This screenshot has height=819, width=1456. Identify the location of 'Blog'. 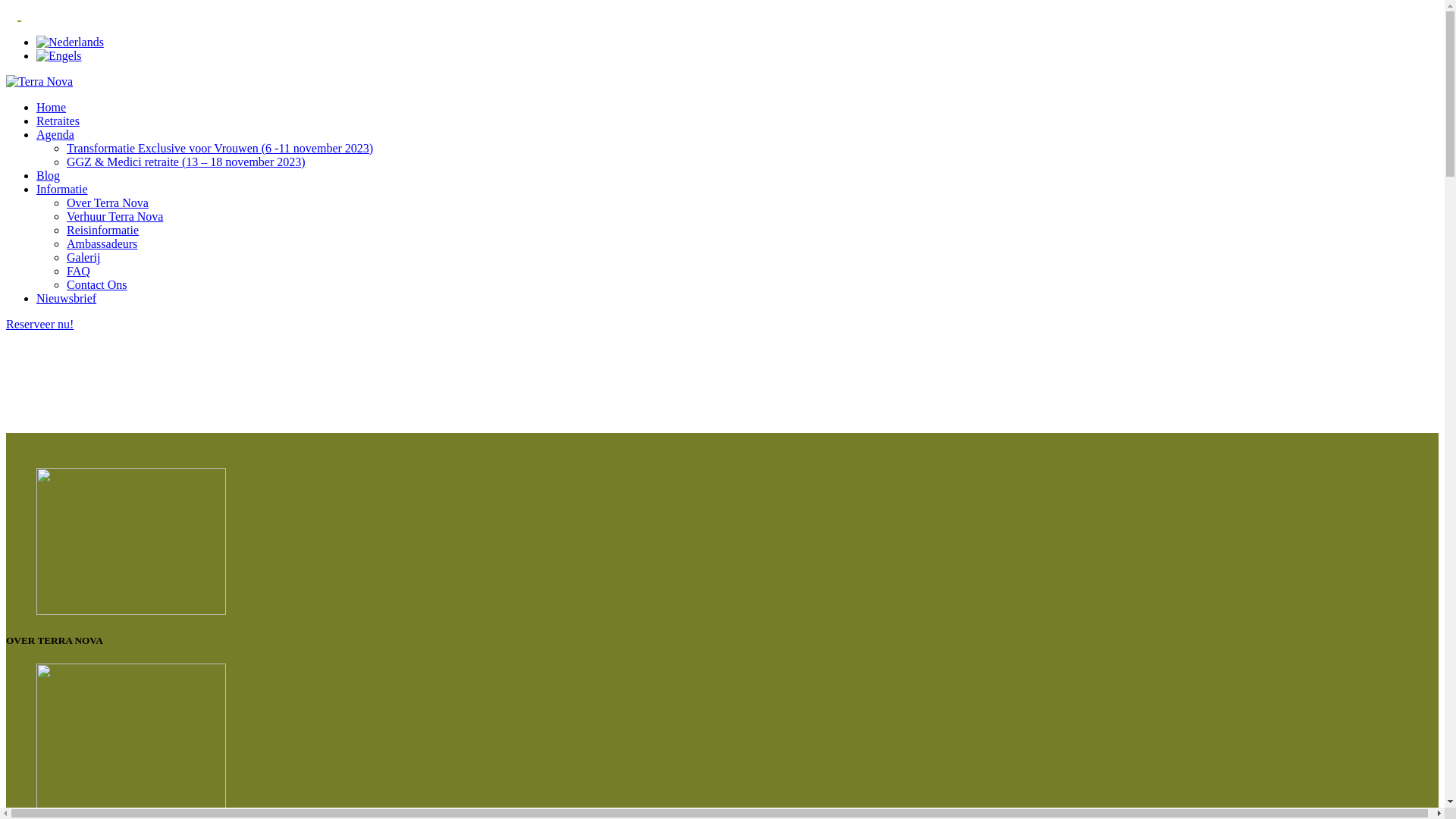
(48, 174).